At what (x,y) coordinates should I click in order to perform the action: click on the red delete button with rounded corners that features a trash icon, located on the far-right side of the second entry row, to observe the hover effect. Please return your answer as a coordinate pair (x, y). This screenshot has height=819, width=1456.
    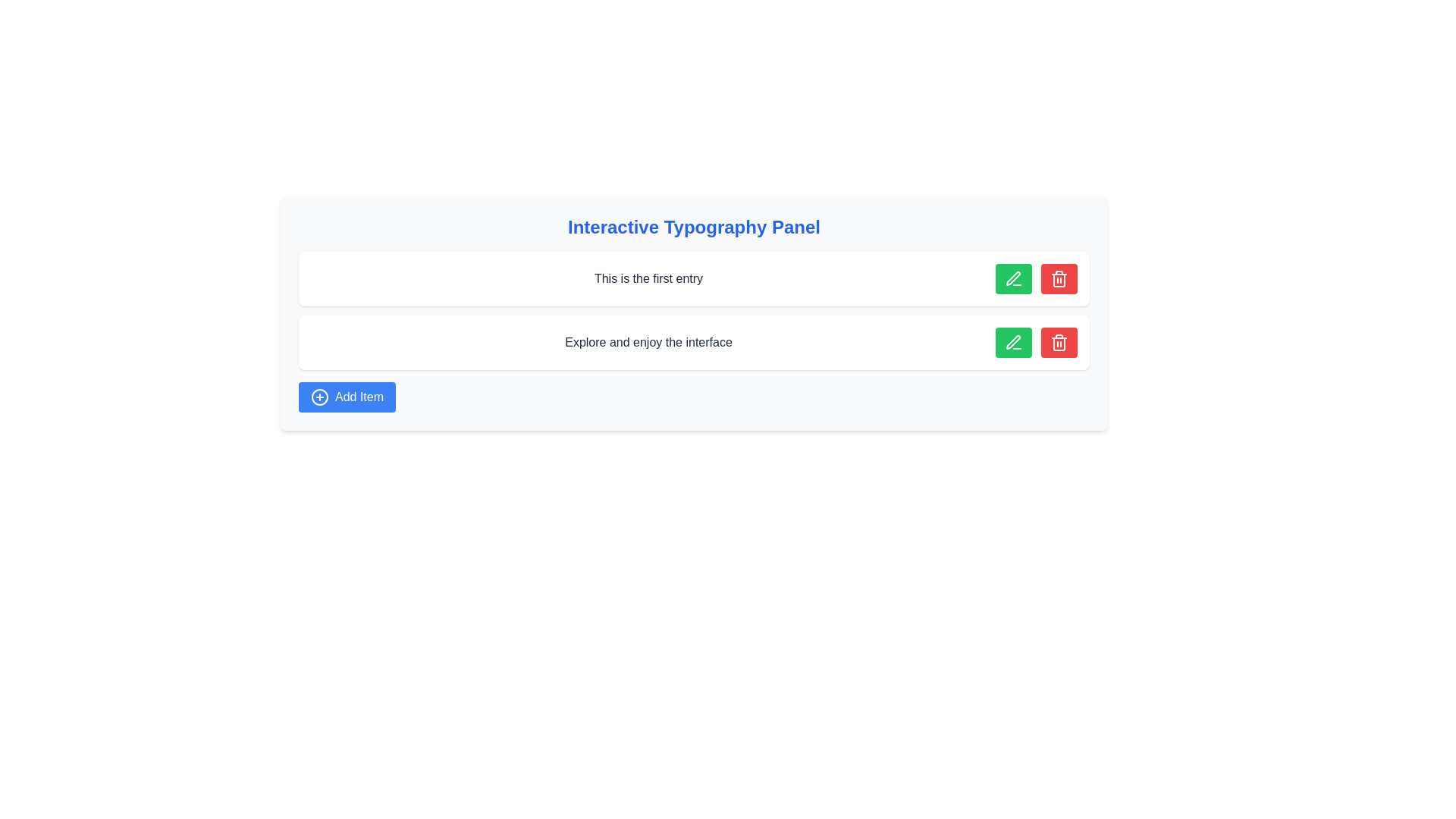
    Looking at the image, I should click on (1058, 342).